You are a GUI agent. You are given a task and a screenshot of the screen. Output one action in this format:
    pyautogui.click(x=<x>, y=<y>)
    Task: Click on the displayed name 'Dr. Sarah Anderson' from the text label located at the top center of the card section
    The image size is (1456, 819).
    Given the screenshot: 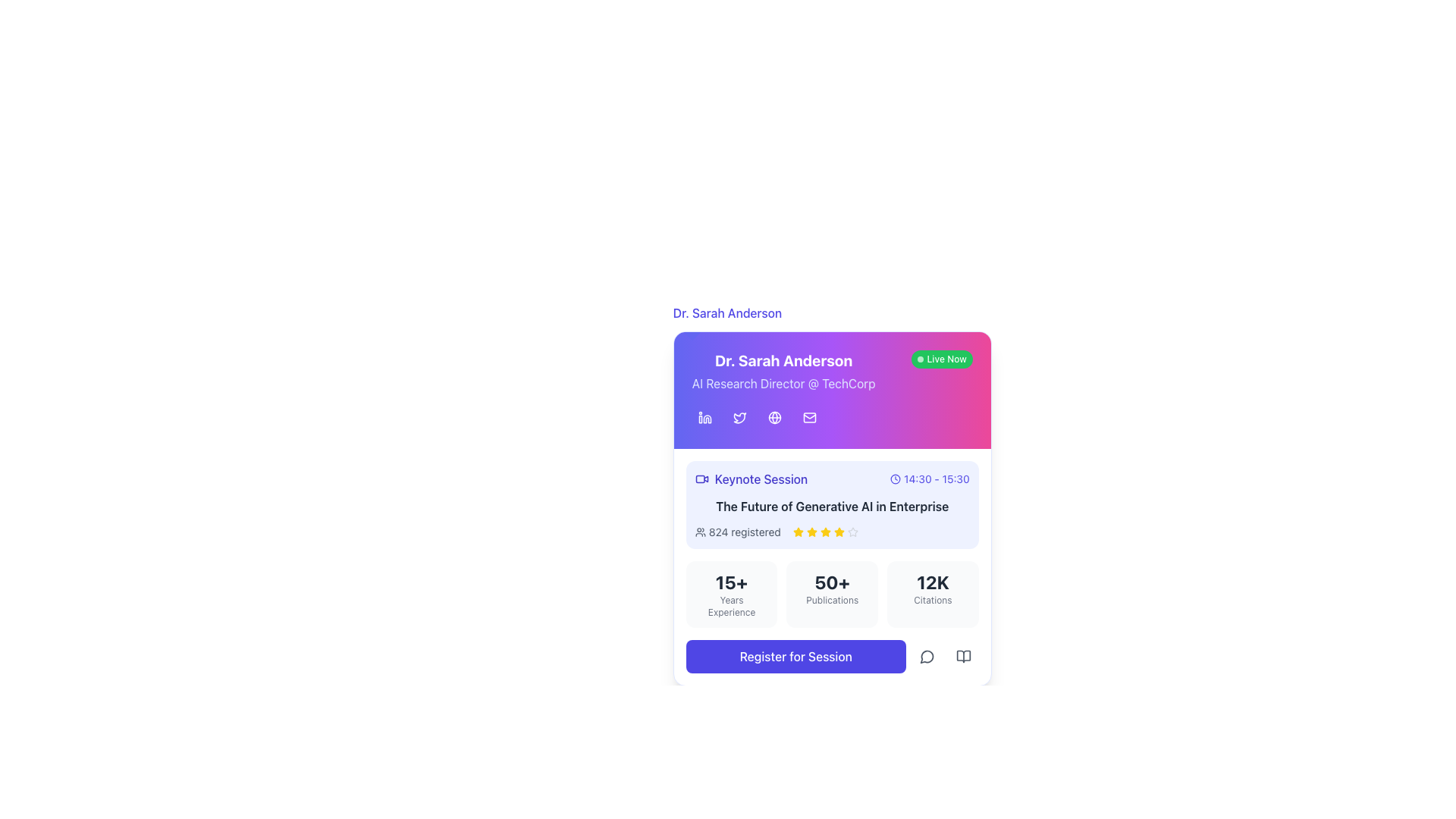 What is the action you would take?
    pyautogui.click(x=783, y=360)
    